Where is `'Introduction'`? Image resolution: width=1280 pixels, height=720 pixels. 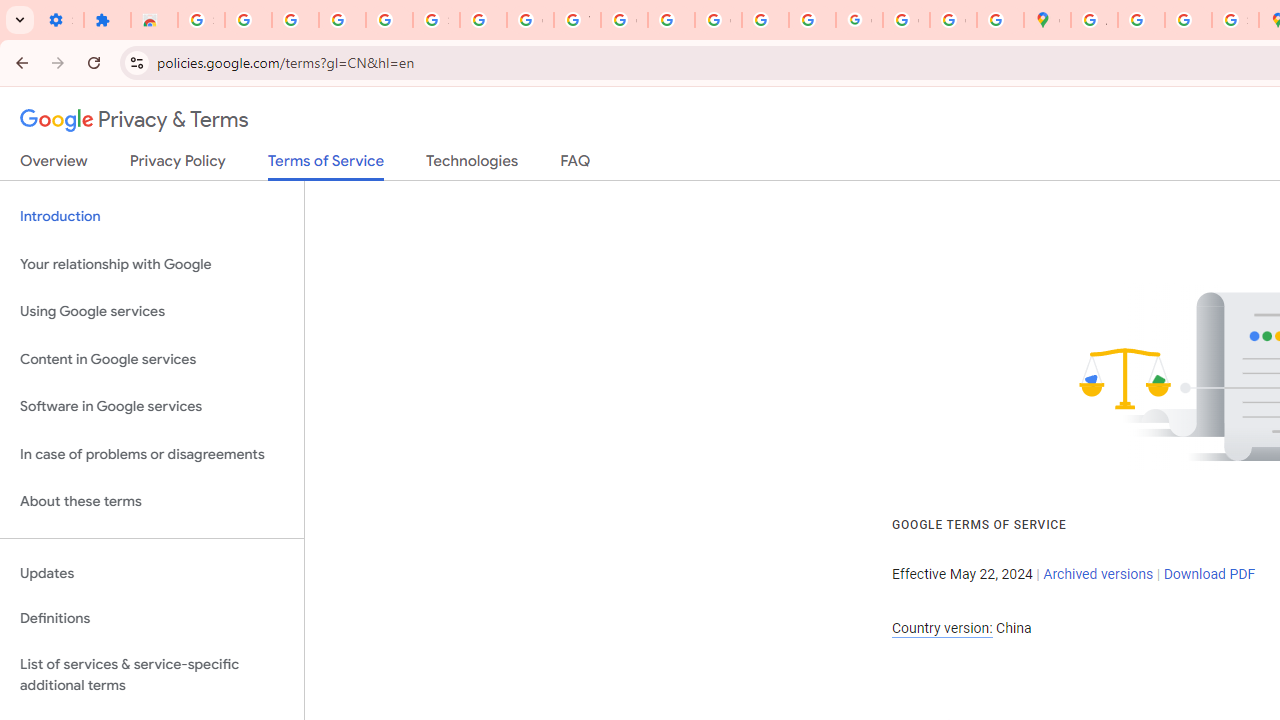
'Introduction' is located at coordinates (151, 217).